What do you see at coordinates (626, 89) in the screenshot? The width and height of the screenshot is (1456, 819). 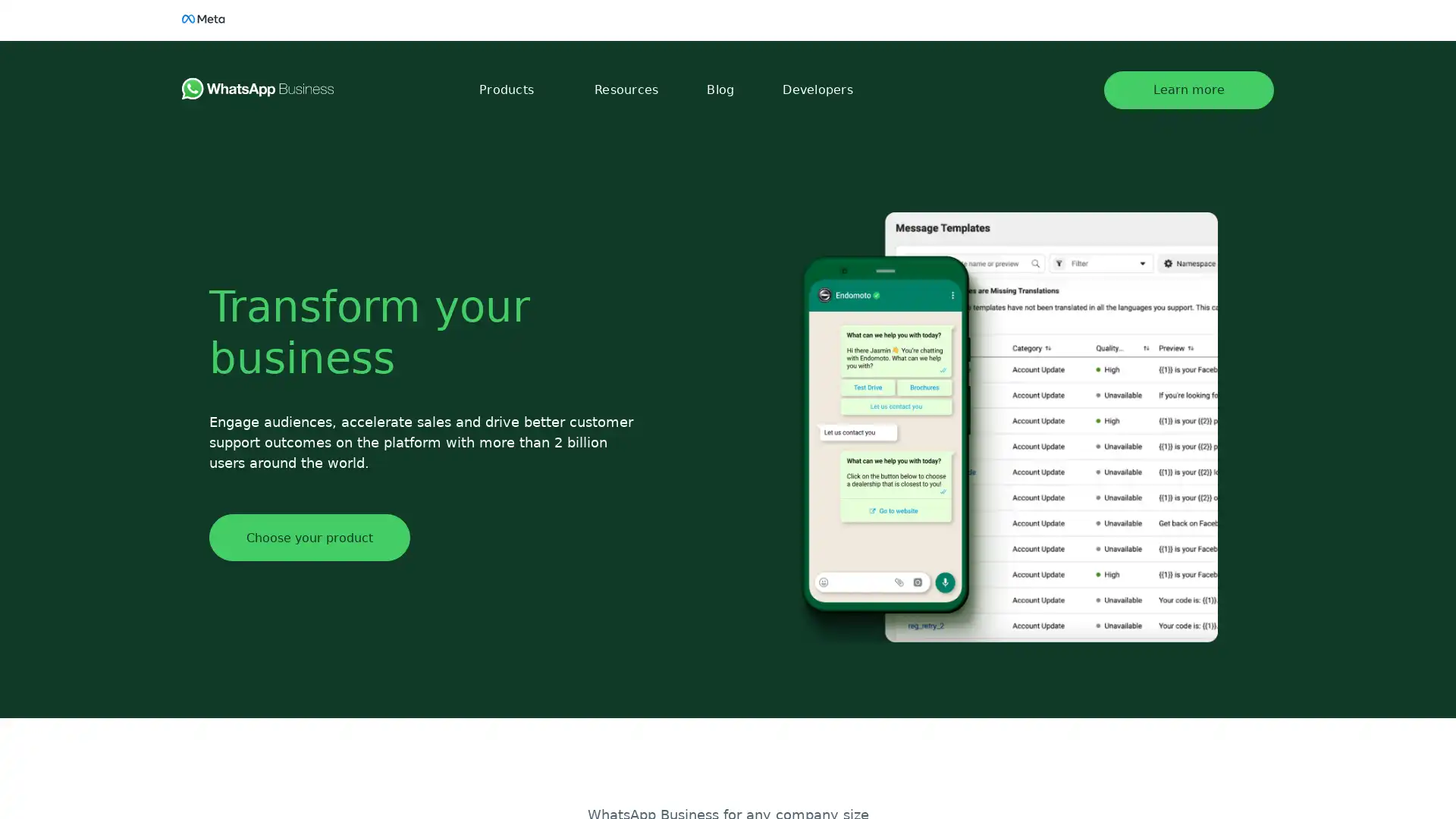 I see `Resources` at bounding box center [626, 89].